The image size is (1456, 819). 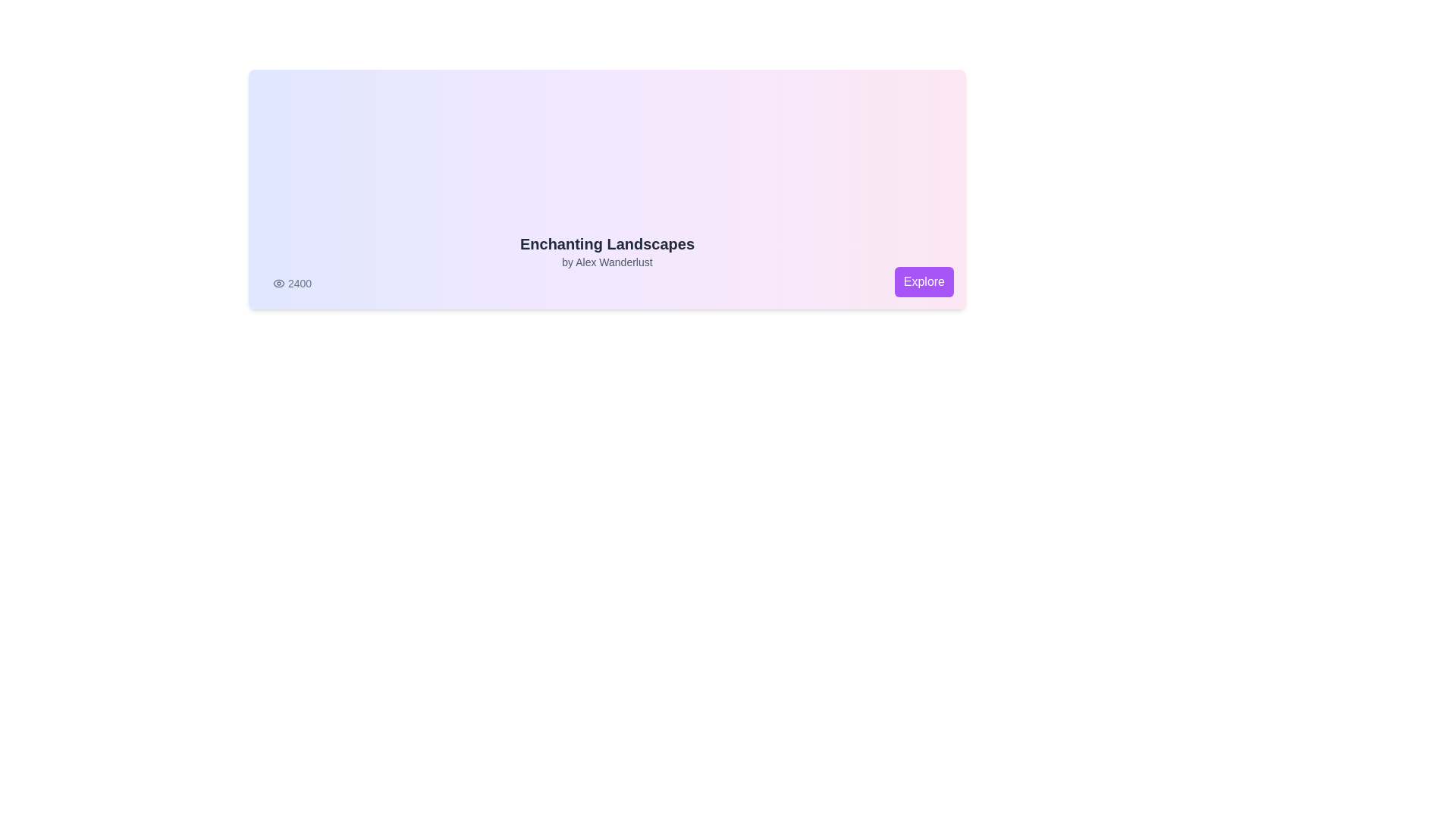 What do you see at coordinates (935, 284) in the screenshot?
I see `the text display element showing the number '16', which likely indicates a count of messages or comments, positioned to the right of a chat bubble icon` at bounding box center [935, 284].